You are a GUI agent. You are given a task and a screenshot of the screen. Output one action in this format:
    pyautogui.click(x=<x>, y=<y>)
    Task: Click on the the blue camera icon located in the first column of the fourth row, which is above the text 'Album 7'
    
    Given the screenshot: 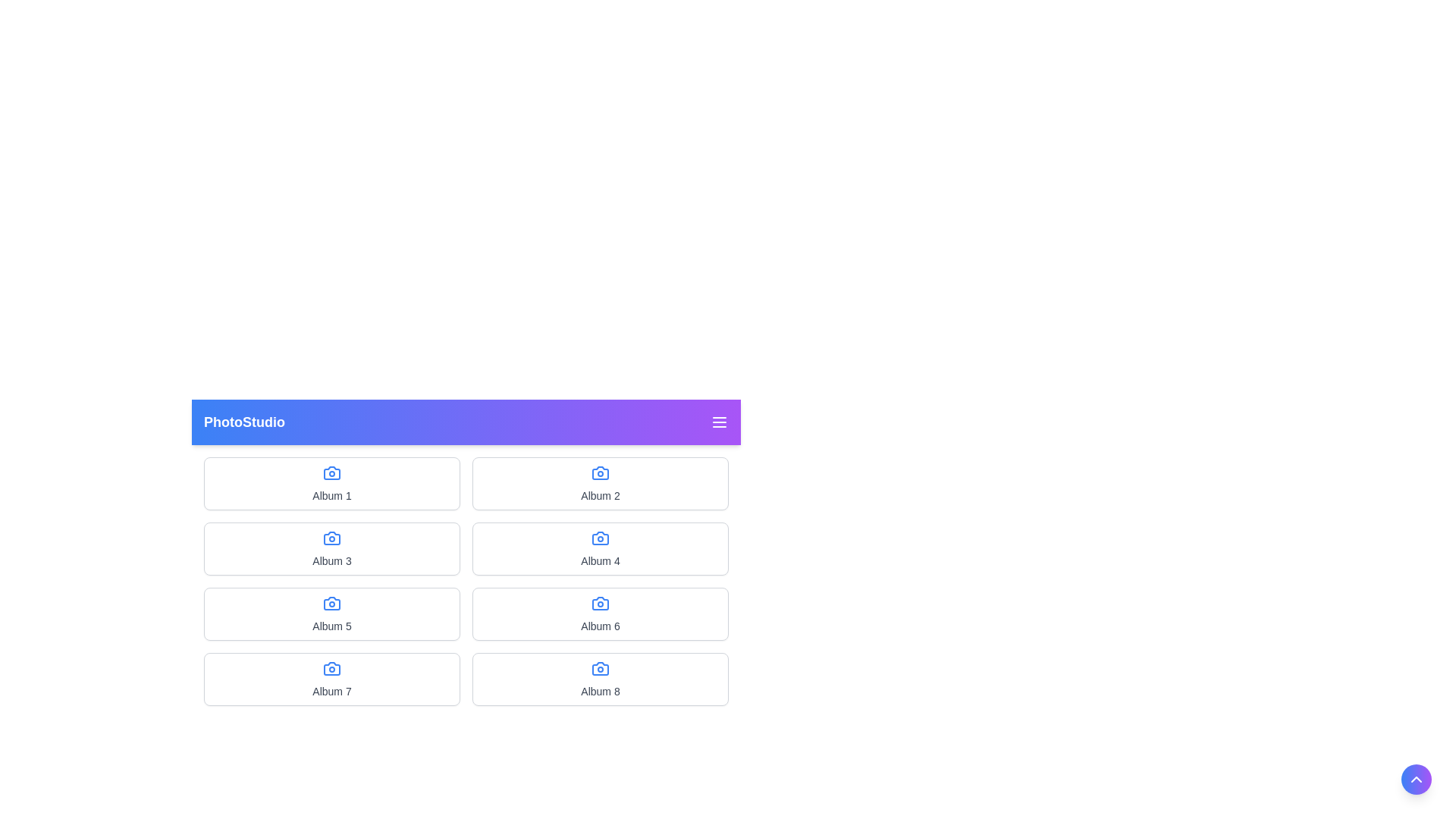 What is the action you would take?
    pyautogui.click(x=331, y=668)
    